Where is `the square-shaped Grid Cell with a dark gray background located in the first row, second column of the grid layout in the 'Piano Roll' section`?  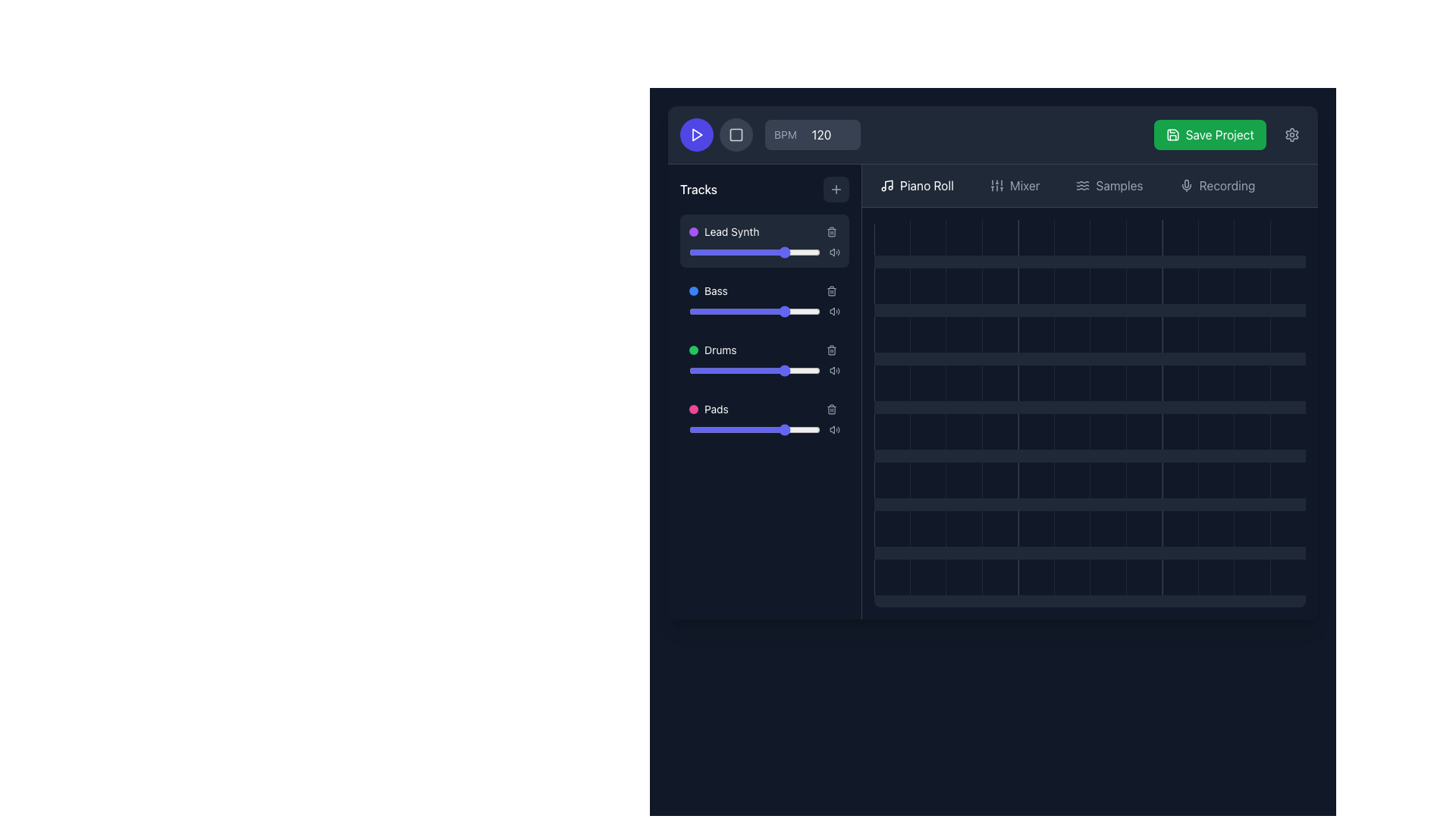 the square-shaped Grid Cell with a dark gray background located in the first row, second column of the grid layout in the 'Piano Roll' section is located at coordinates (927, 237).